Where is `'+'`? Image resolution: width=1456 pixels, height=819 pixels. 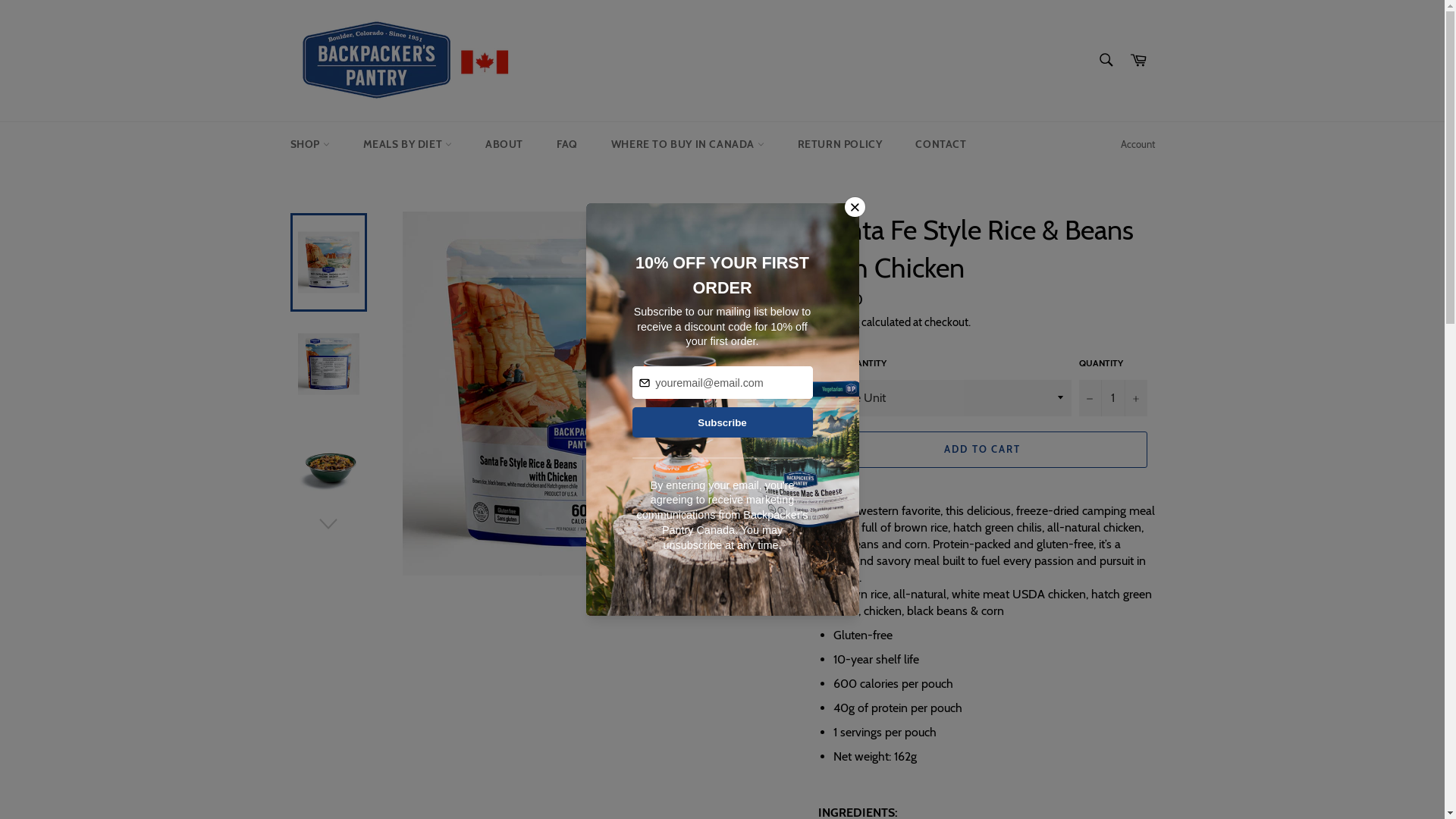
'+' is located at coordinates (1135, 397).